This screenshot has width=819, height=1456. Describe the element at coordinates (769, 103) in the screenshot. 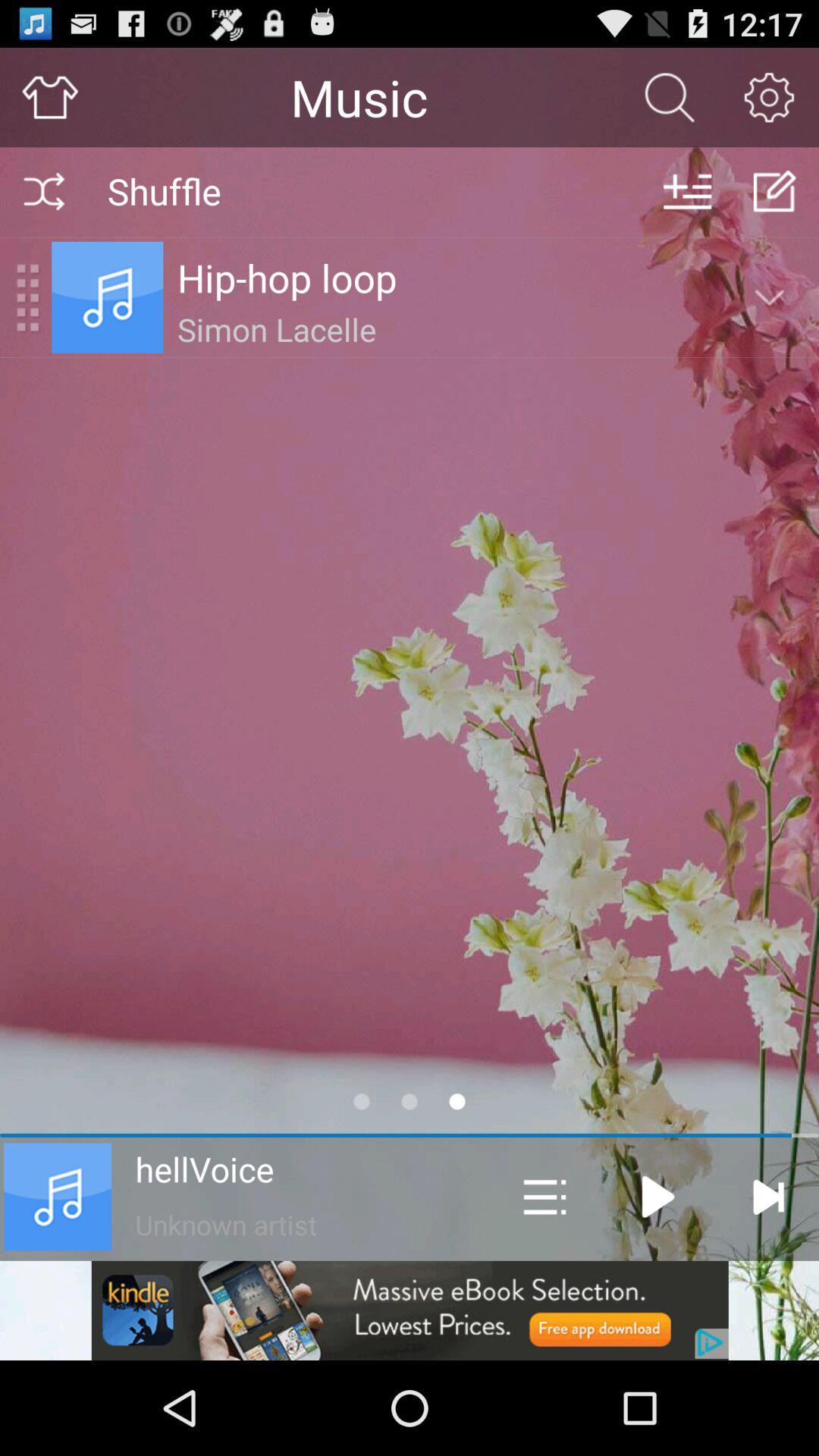

I see `the settings icon` at that location.